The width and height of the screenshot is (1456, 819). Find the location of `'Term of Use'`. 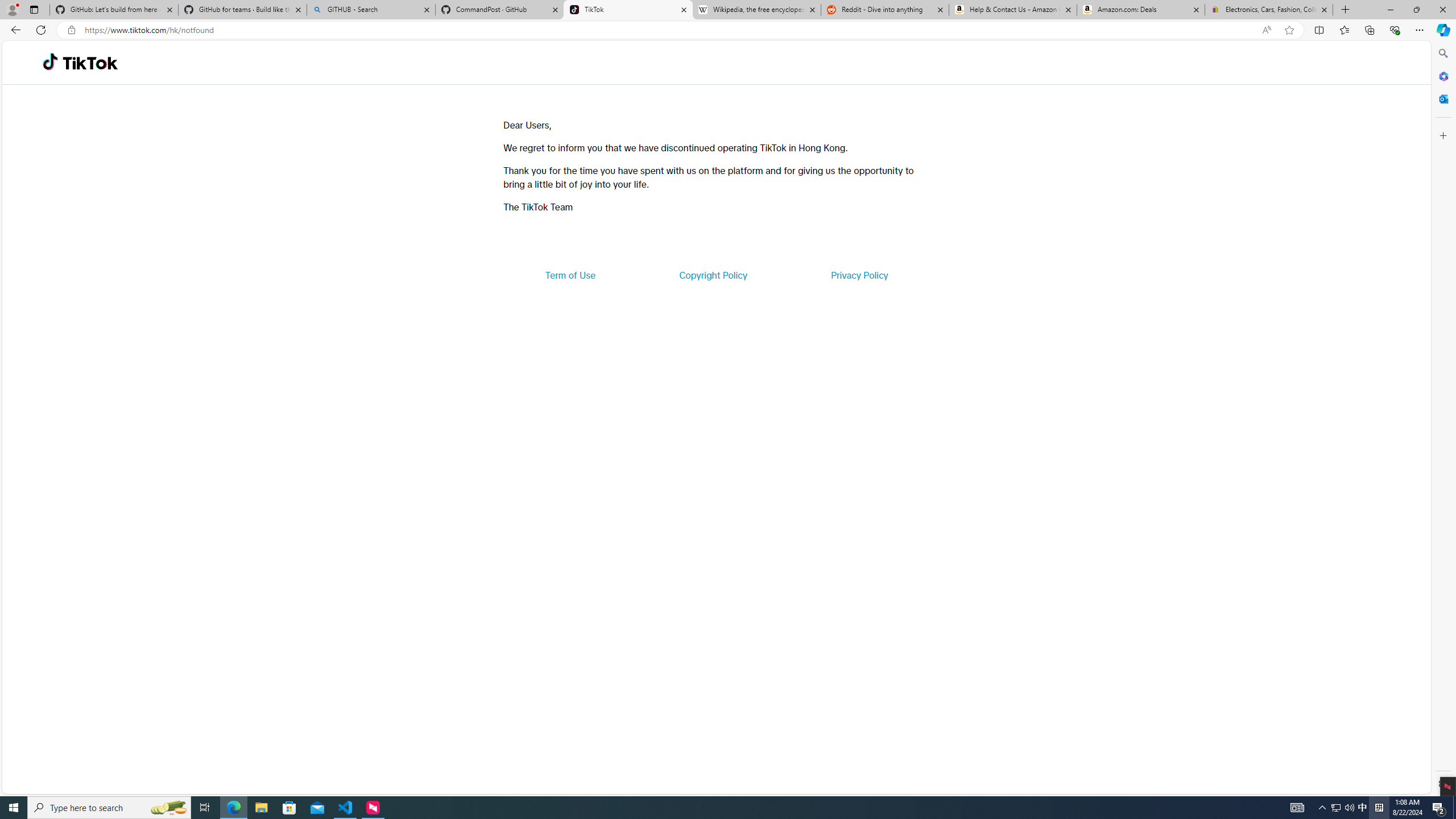

'Term of Use' is located at coordinates (570, 274).